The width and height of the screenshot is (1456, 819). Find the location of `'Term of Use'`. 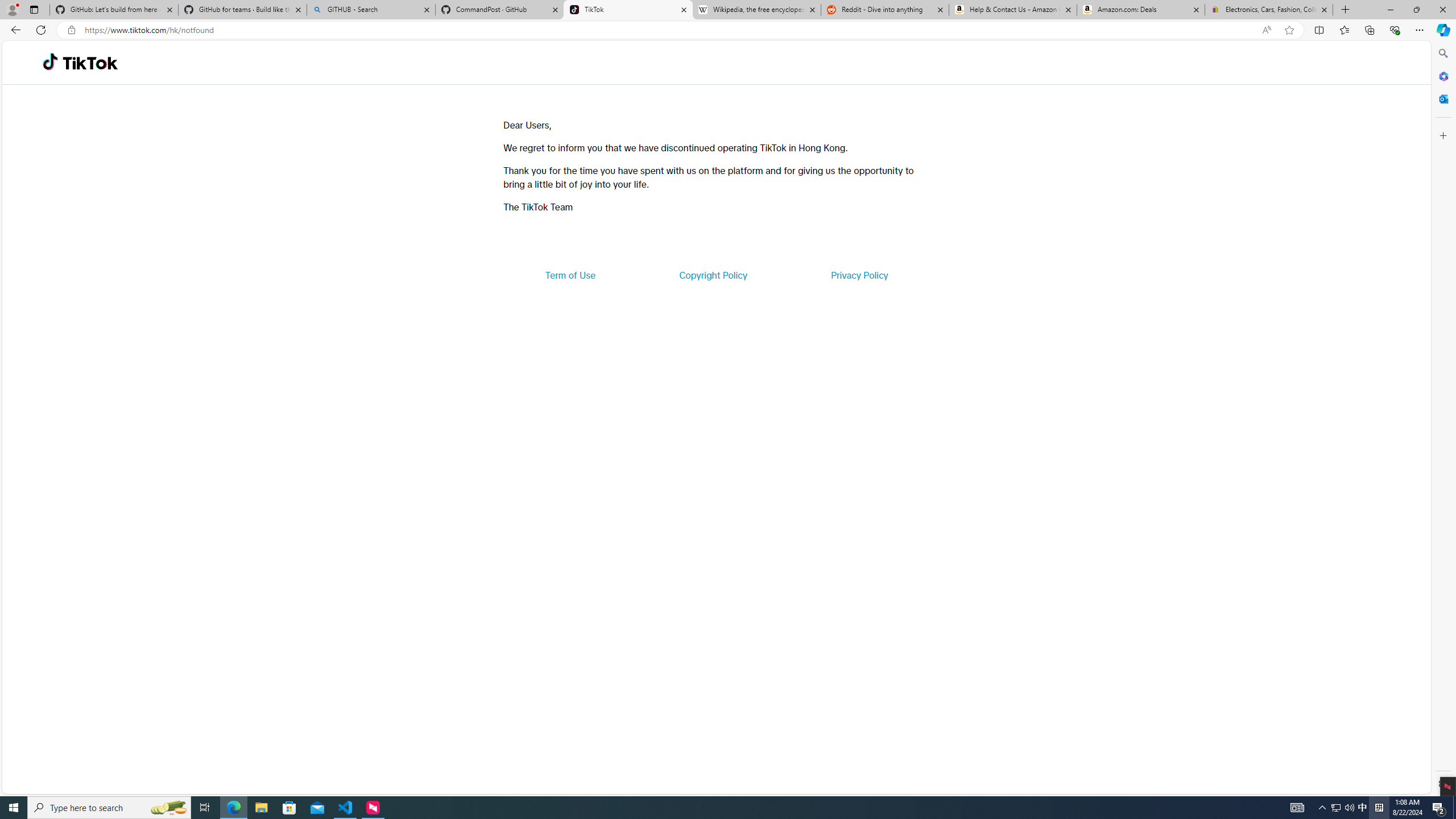

'Term of Use' is located at coordinates (570, 274).